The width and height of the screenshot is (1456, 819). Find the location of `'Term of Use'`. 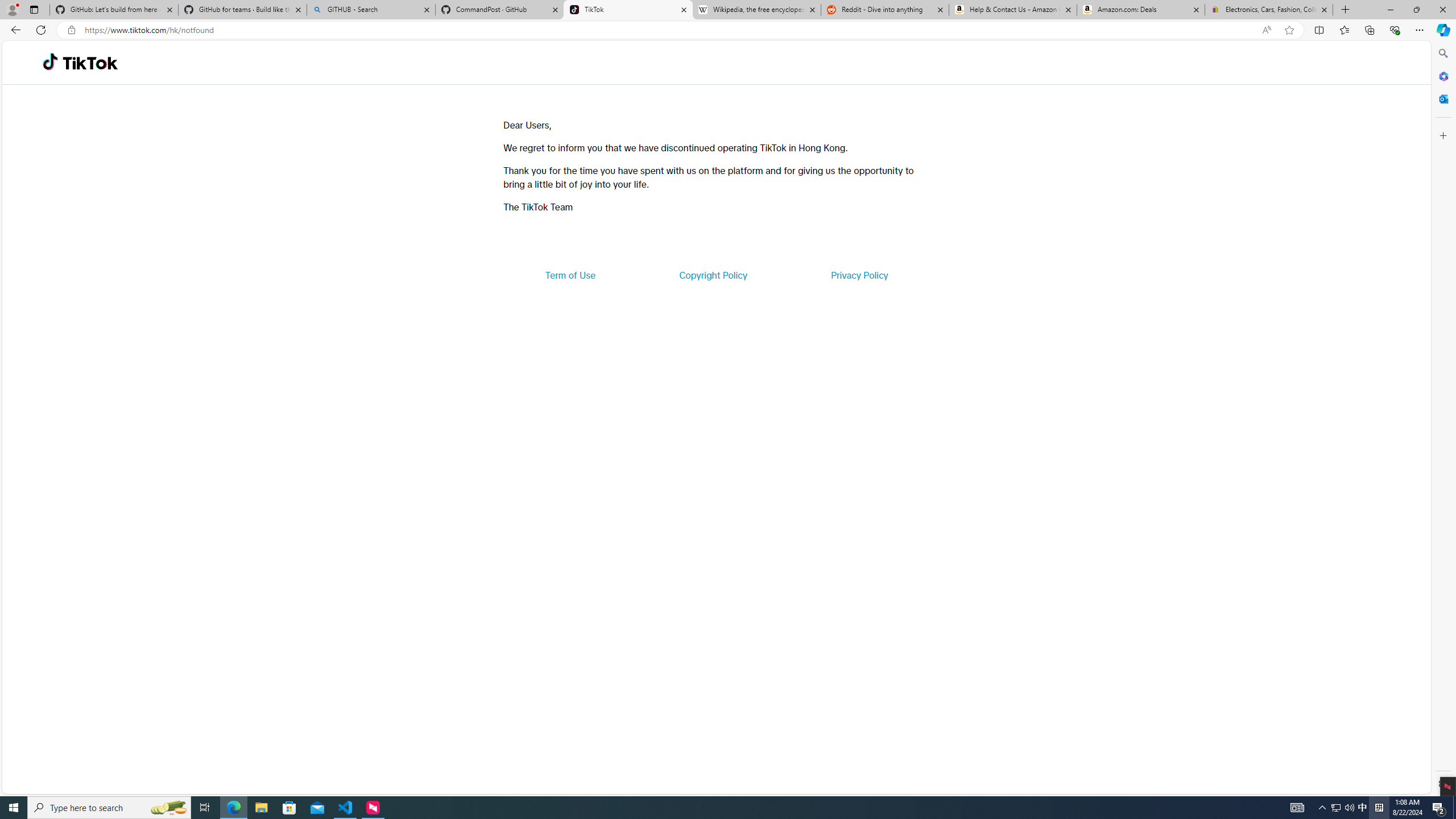

'Term of Use' is located at coordinates (570, 274).